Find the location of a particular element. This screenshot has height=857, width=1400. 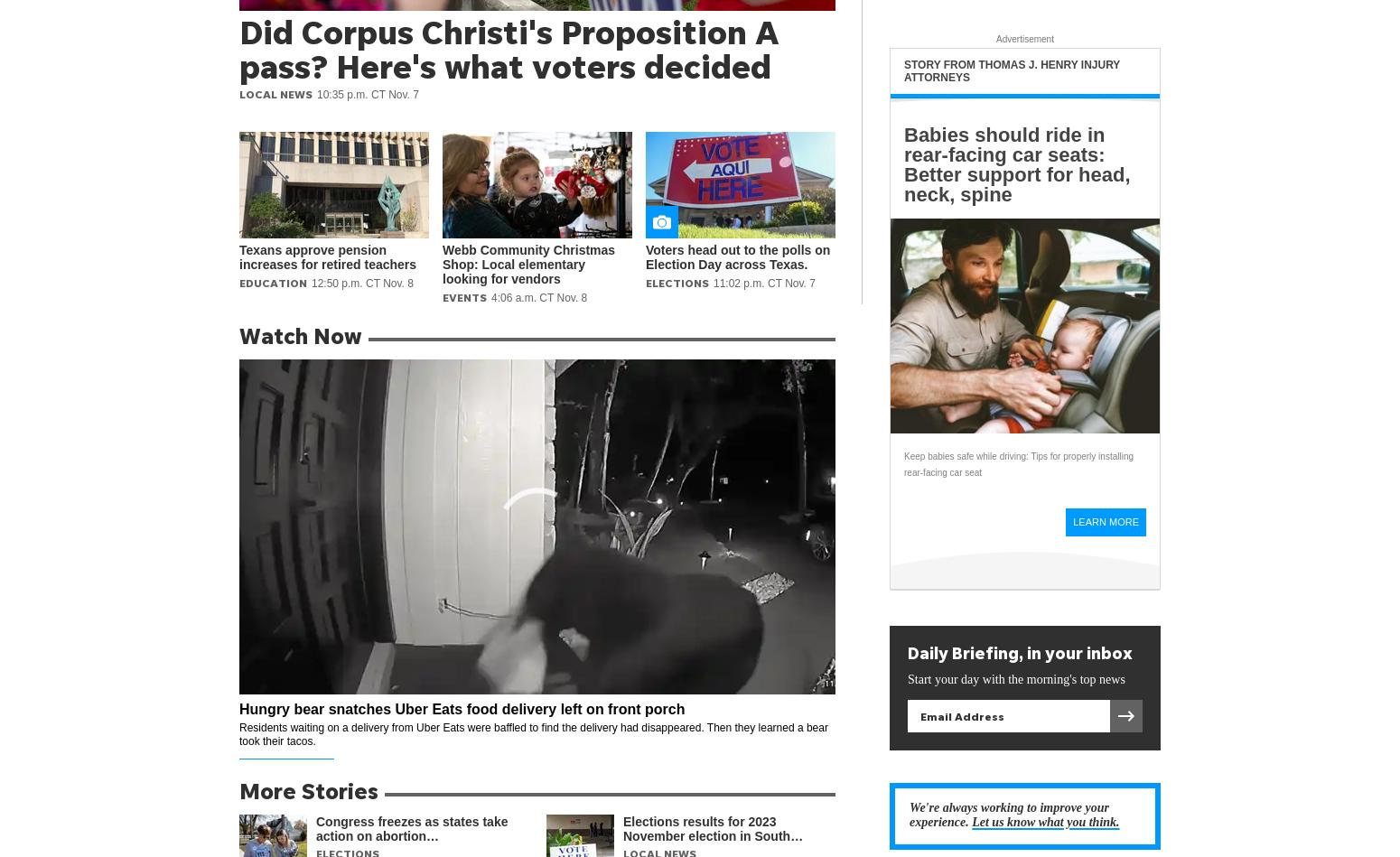

'Story from Thomas J. Henry Injury Attorneys' is located at coordinates (1011, 70).